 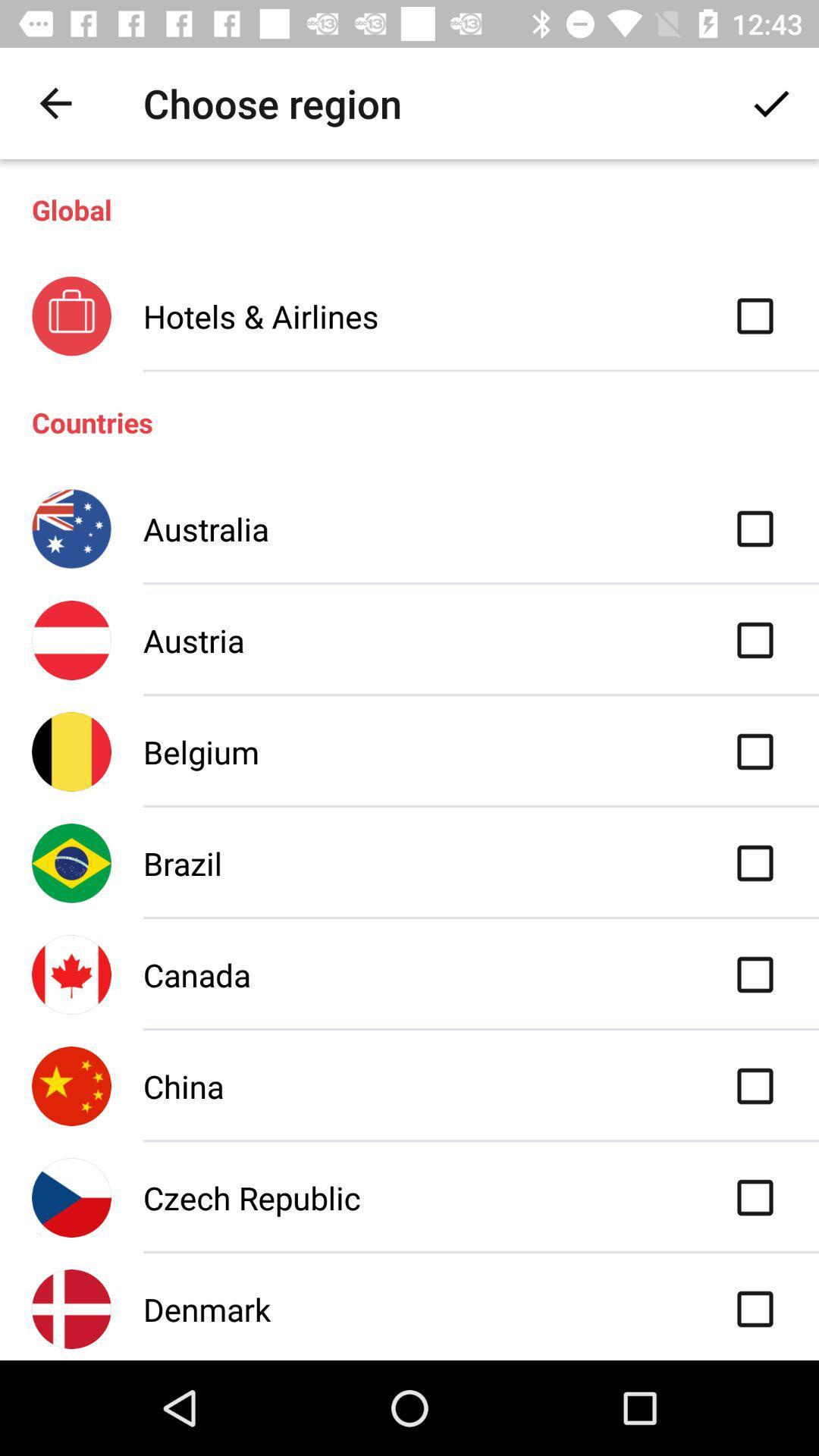 I want to click on the item next to choose region, so click(x=55, y=102).